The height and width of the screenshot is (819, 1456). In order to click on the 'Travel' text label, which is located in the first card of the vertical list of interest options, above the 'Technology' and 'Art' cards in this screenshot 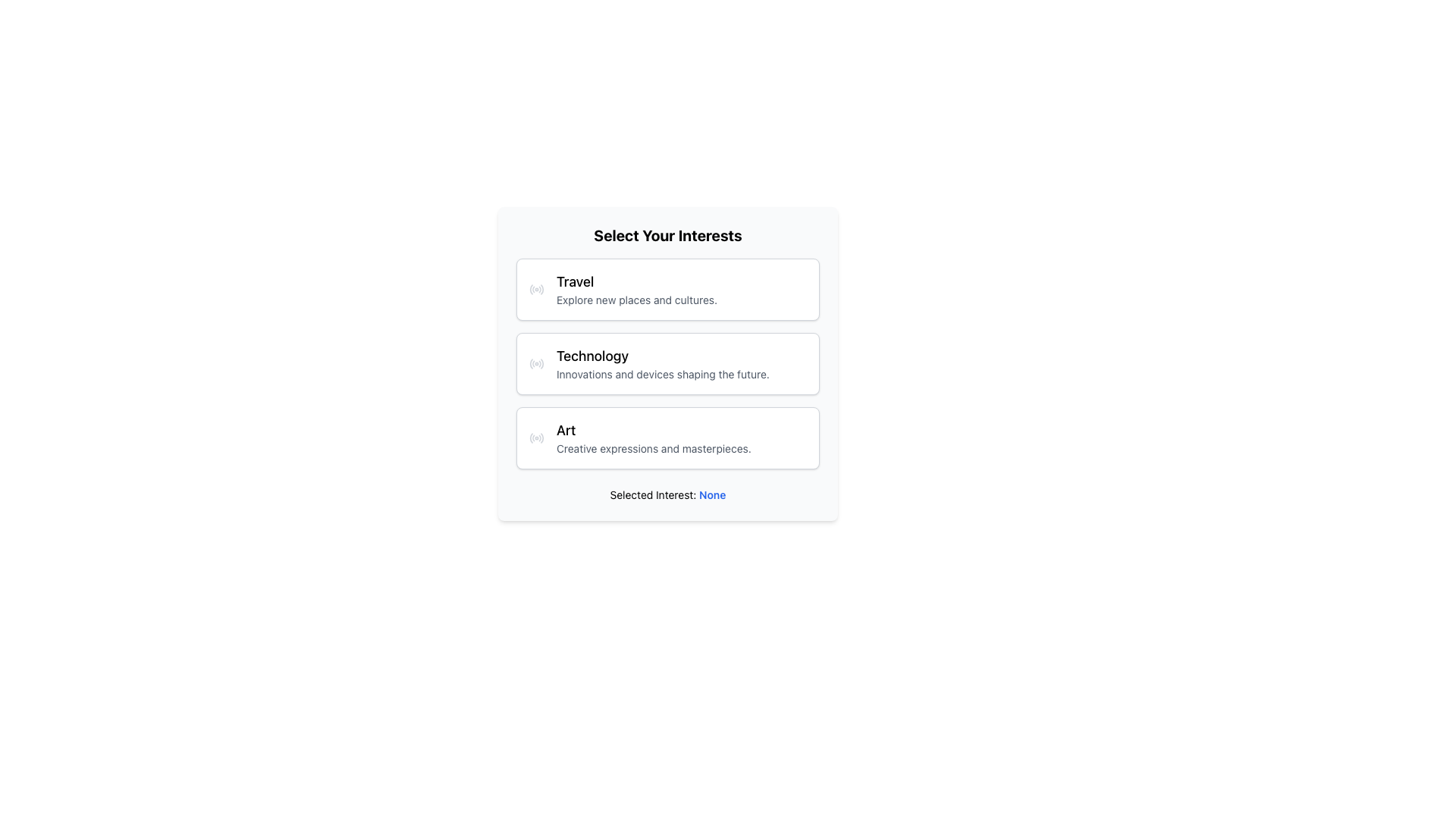, I will do `click(637, 289)`.